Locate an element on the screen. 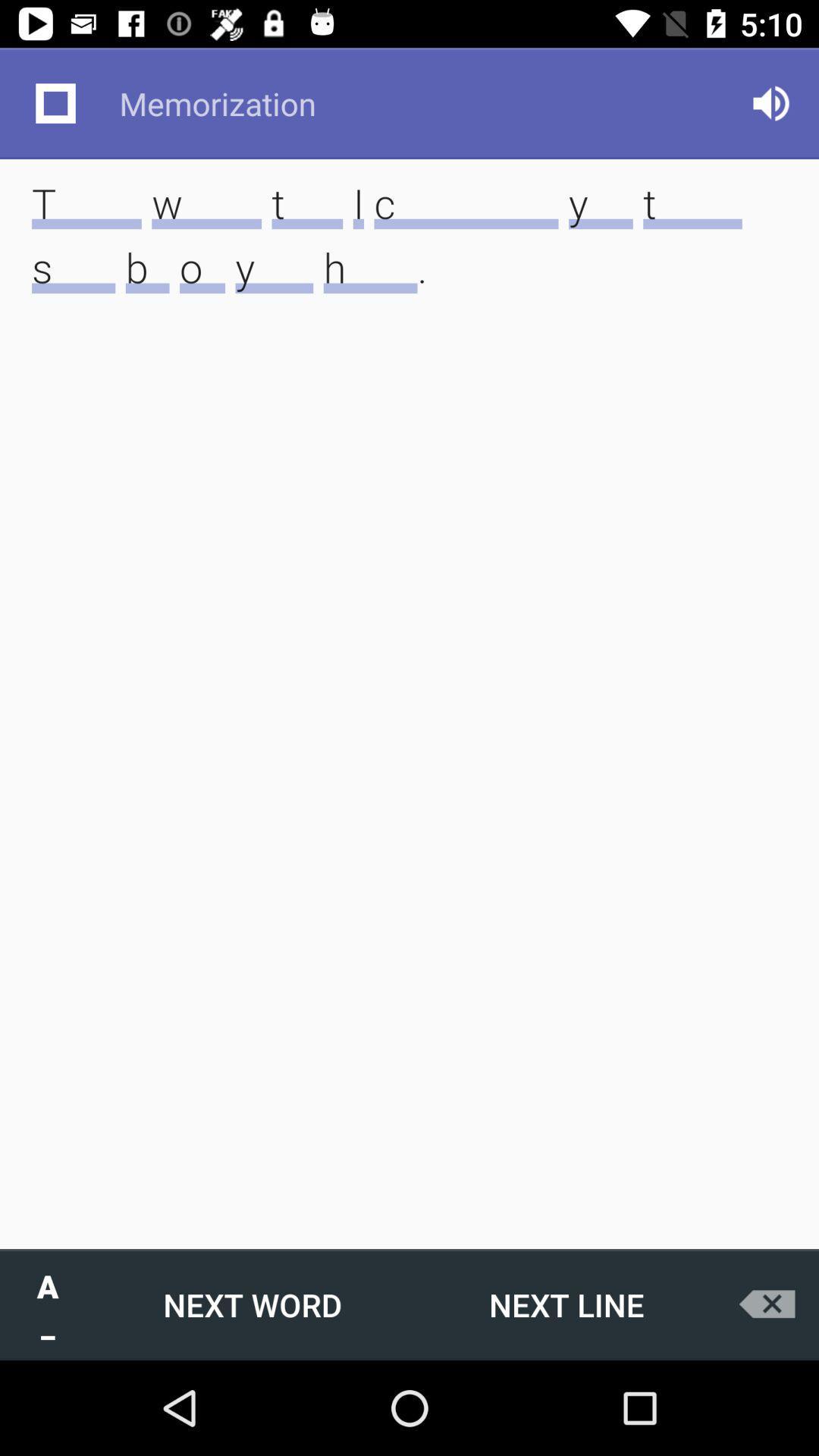 The image size is (819, 1456). icon to the right of the next line is located at coordinates (771, 1304).